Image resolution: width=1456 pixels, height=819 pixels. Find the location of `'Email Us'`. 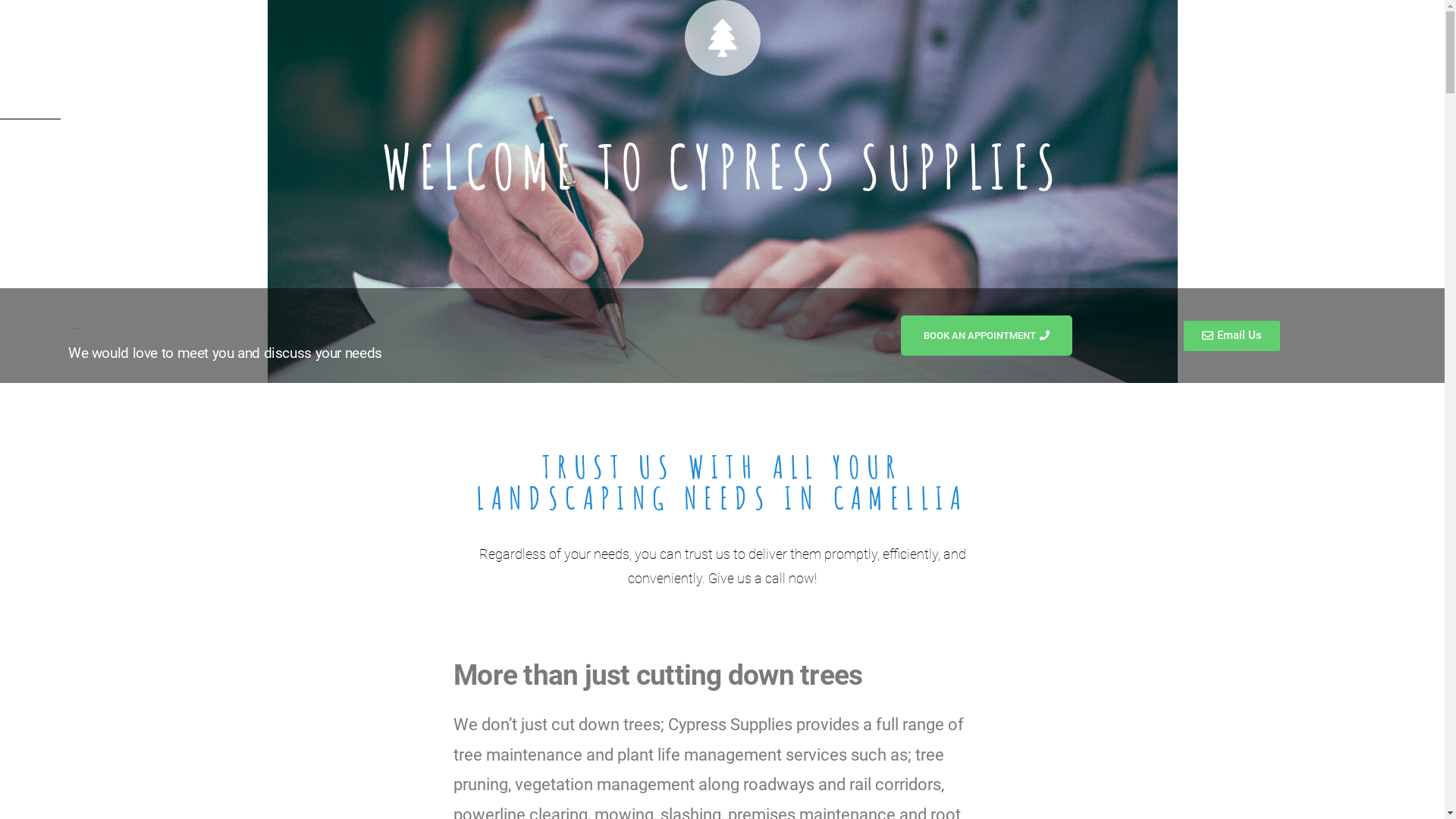

'Email Us' is located at coordinates (1232, 335).